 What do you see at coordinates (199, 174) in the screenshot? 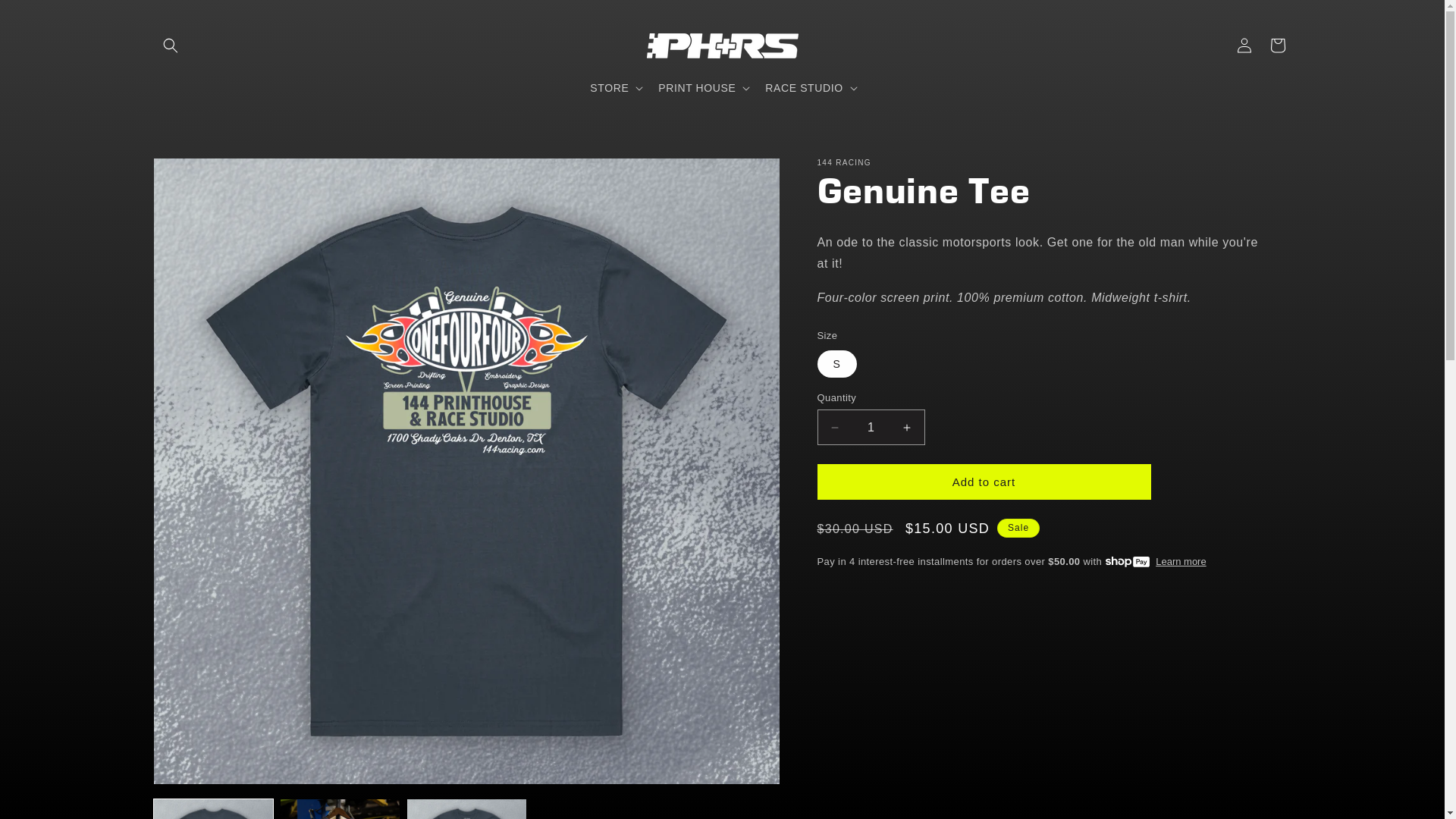
I see `'Skip to product information'` at bounding box center [199, 174].